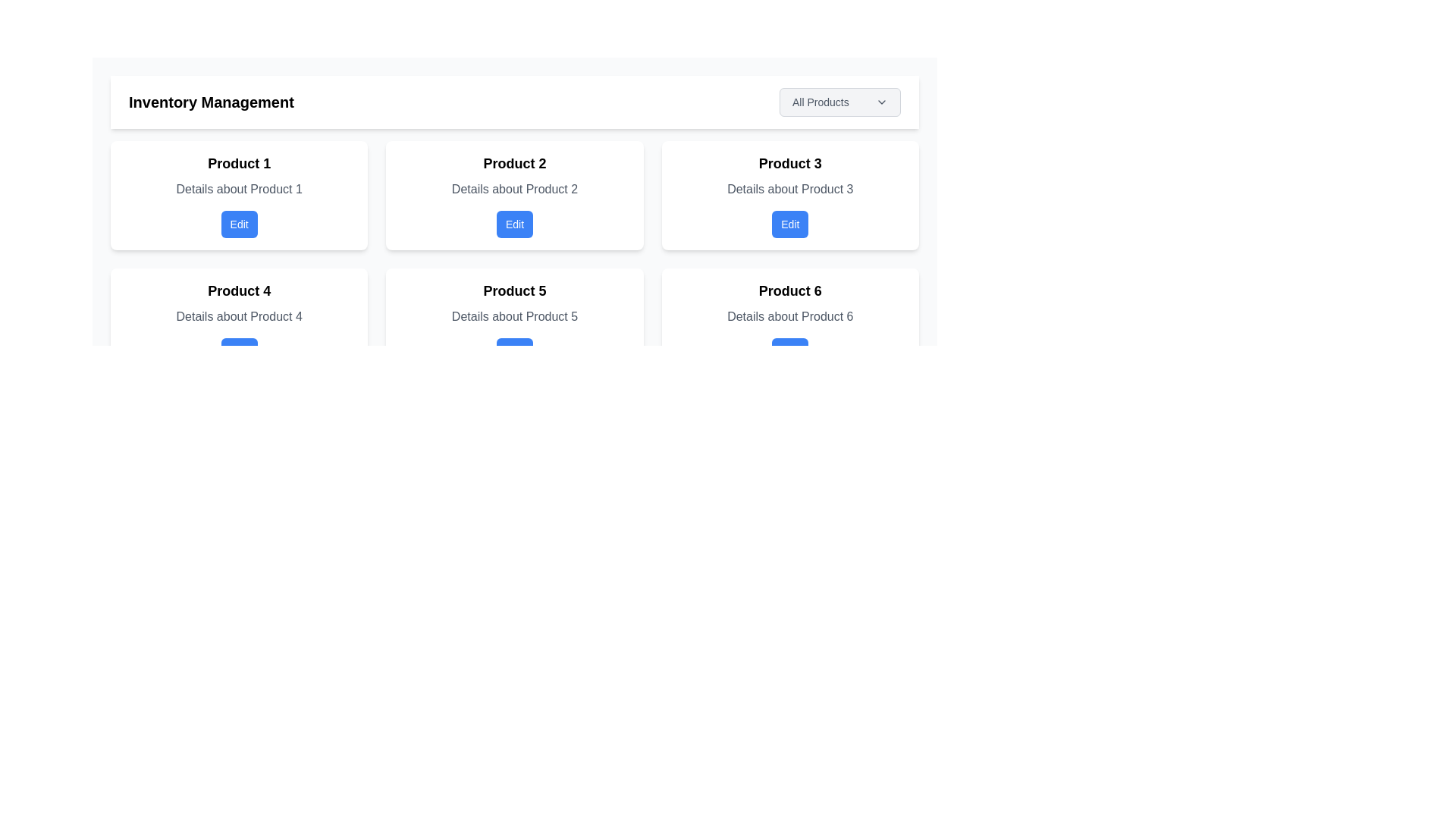  I want to click on the text label 'Product 6' which is the title in the sixth card of a grid layout, so click(789, 291).